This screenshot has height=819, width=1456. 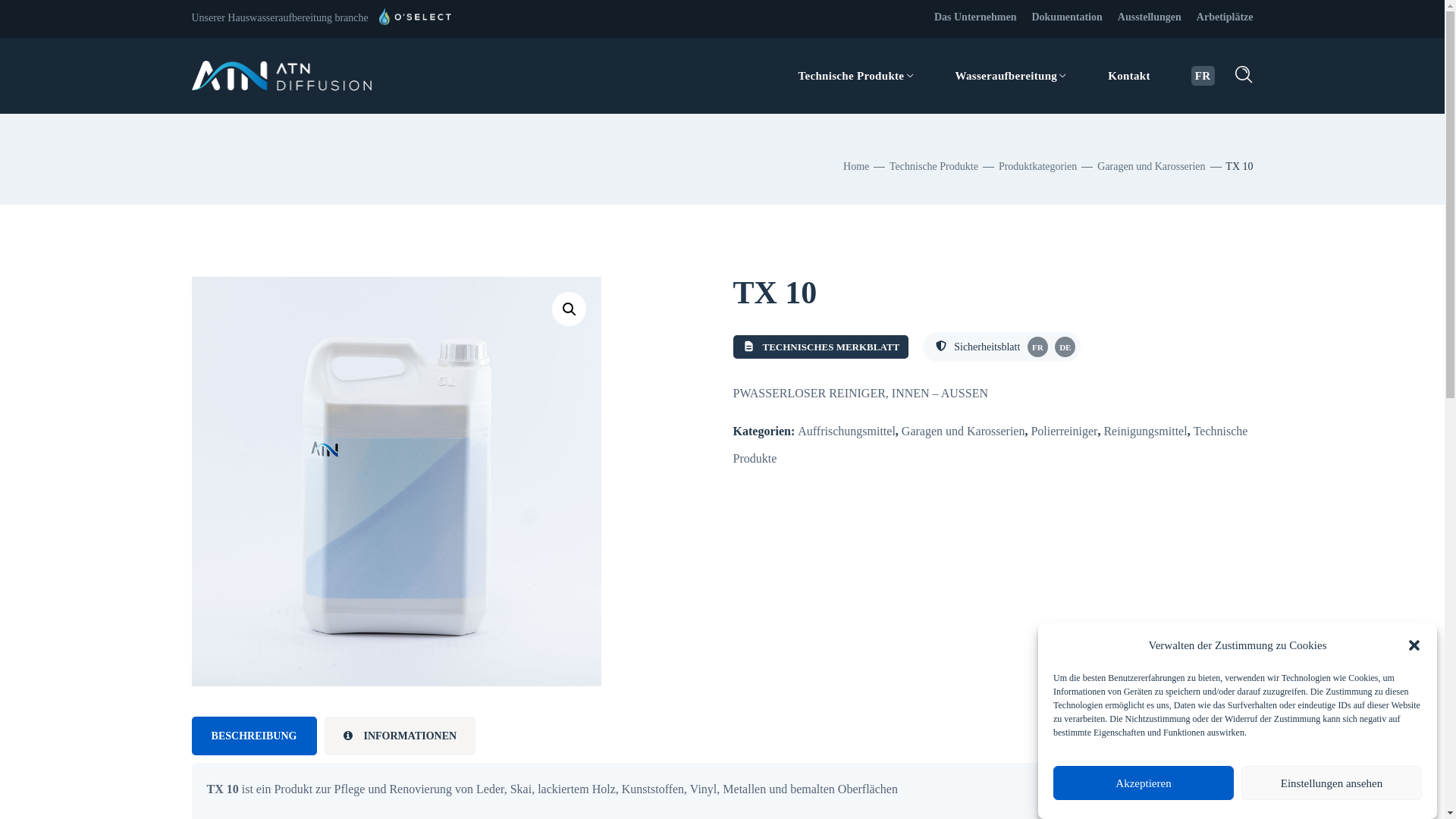 What do you see at coordinates (732, 347) in the screenshot?
I see `'TECHNISCHES MERKBLATT'` at bounding box center [732, 347].